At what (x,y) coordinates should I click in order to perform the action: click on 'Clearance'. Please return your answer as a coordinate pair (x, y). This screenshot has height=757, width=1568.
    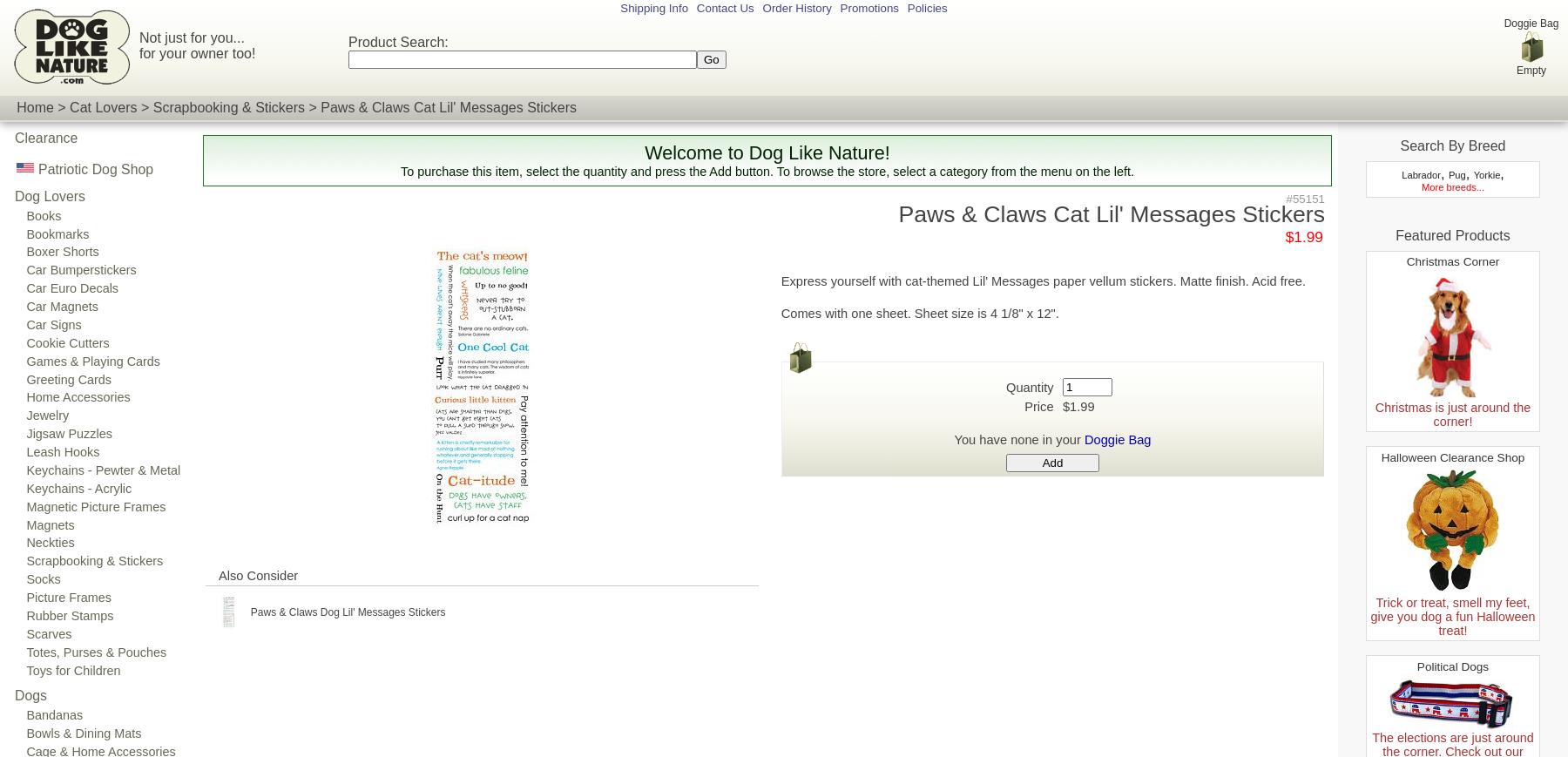
    Looking at the image, I should click on (13, 137).